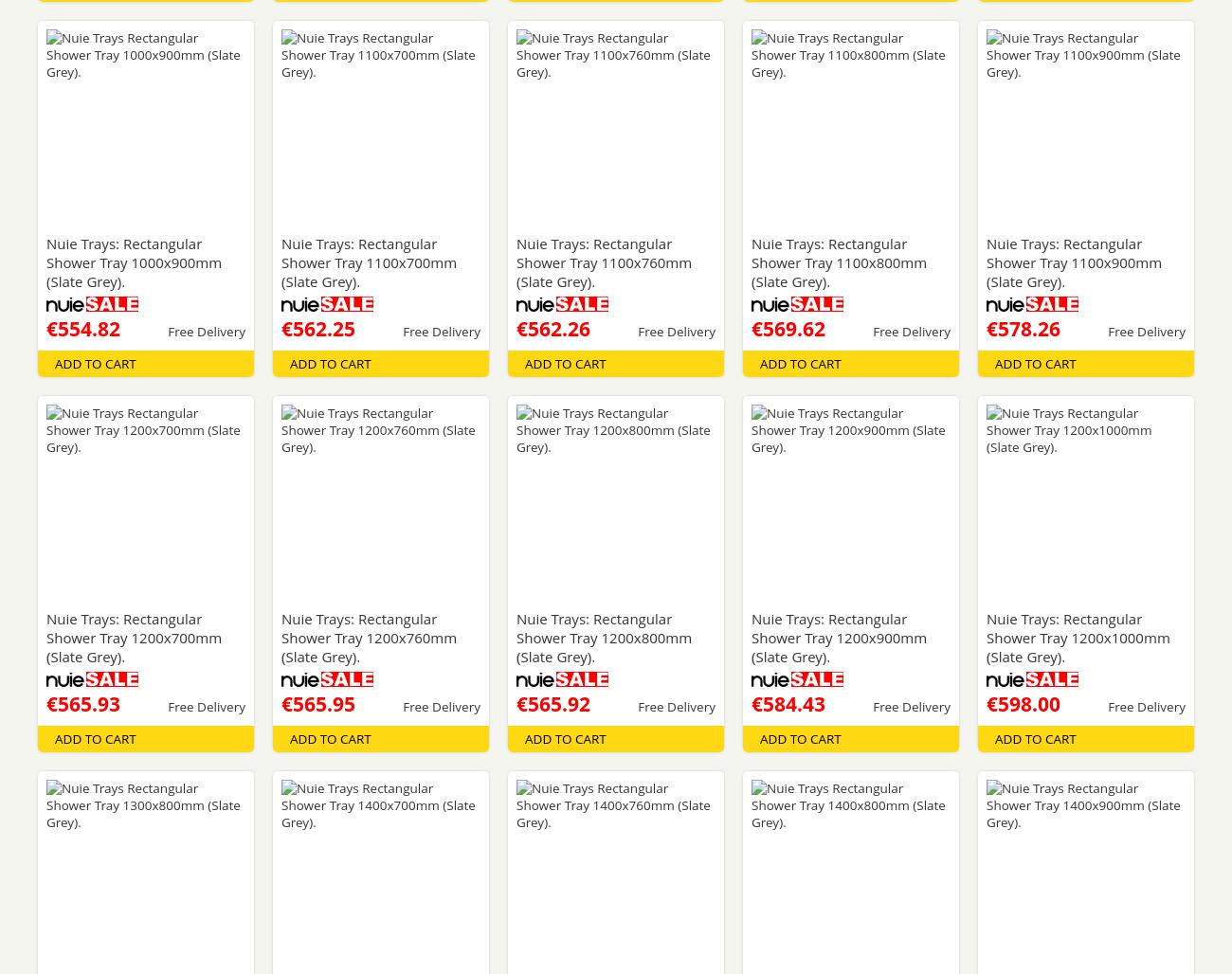 Image resolution: width=1232 pixels, height=974 pixels. Describe the element at coordinates (552, 703) in the screenshot. I see `'€565.92'` at that location.